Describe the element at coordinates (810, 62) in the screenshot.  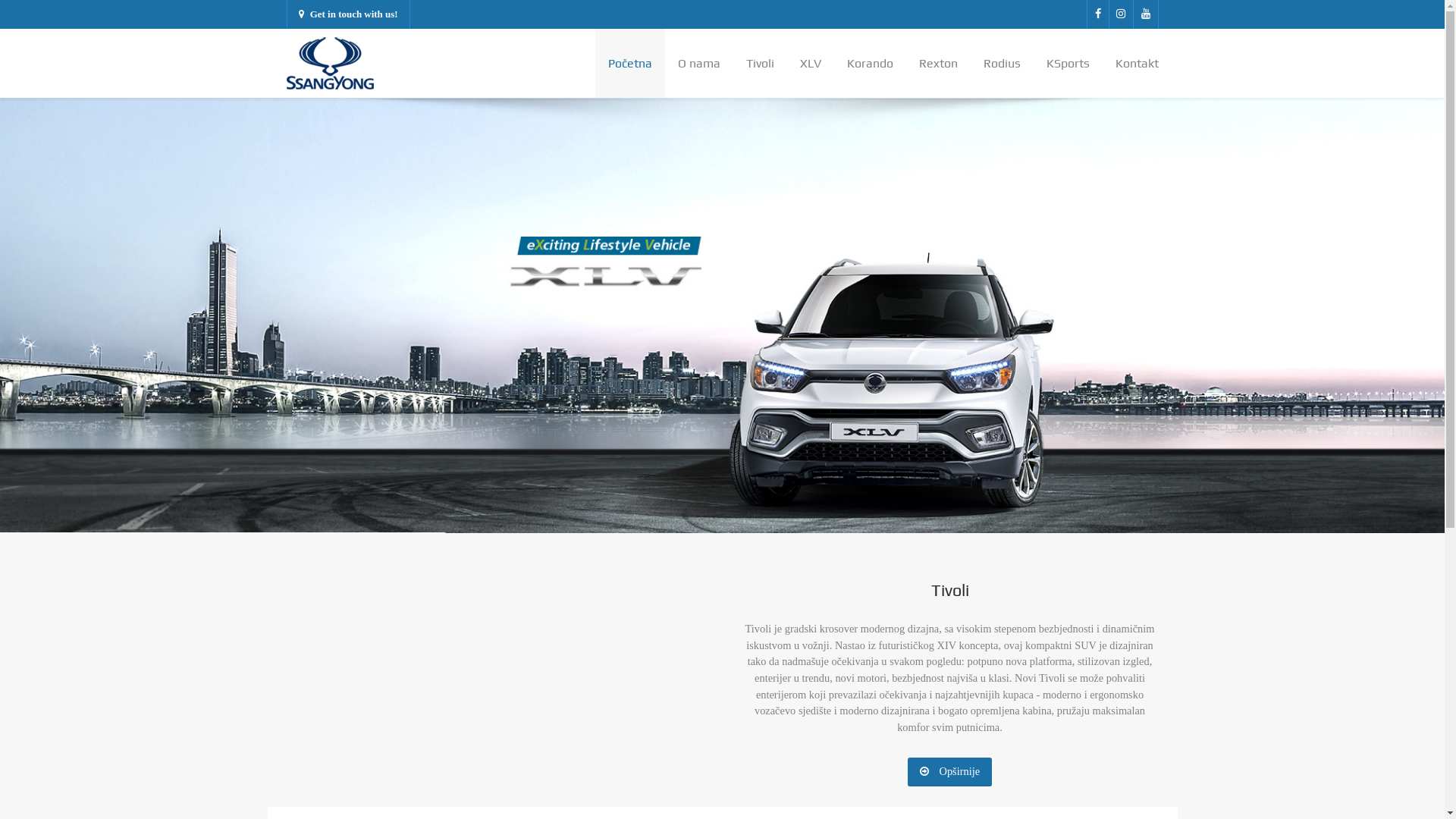
I see `'XLV'` at that location.